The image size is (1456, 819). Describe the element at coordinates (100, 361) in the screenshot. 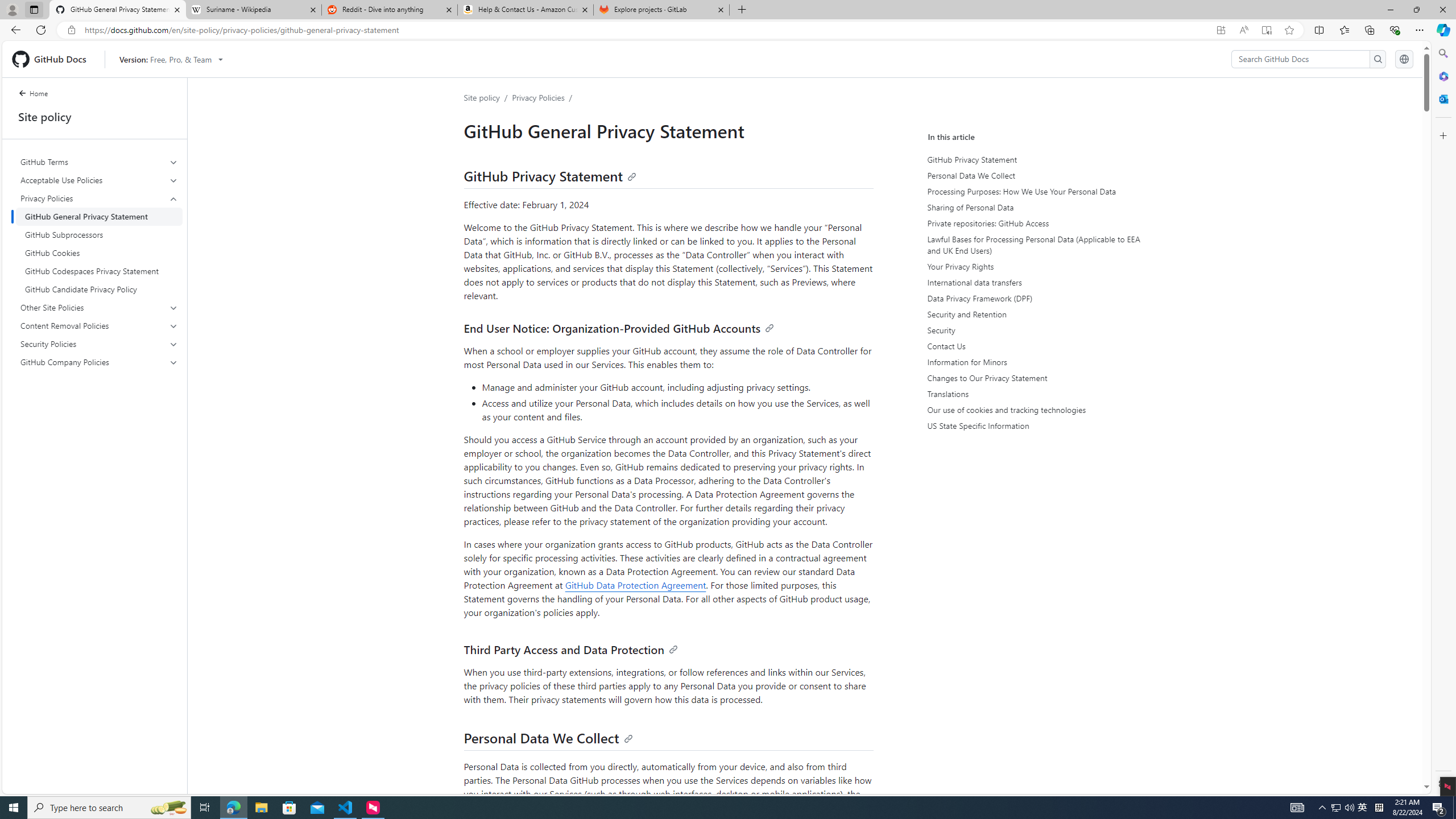

I see `'GitHub Company Policies'` at that location.